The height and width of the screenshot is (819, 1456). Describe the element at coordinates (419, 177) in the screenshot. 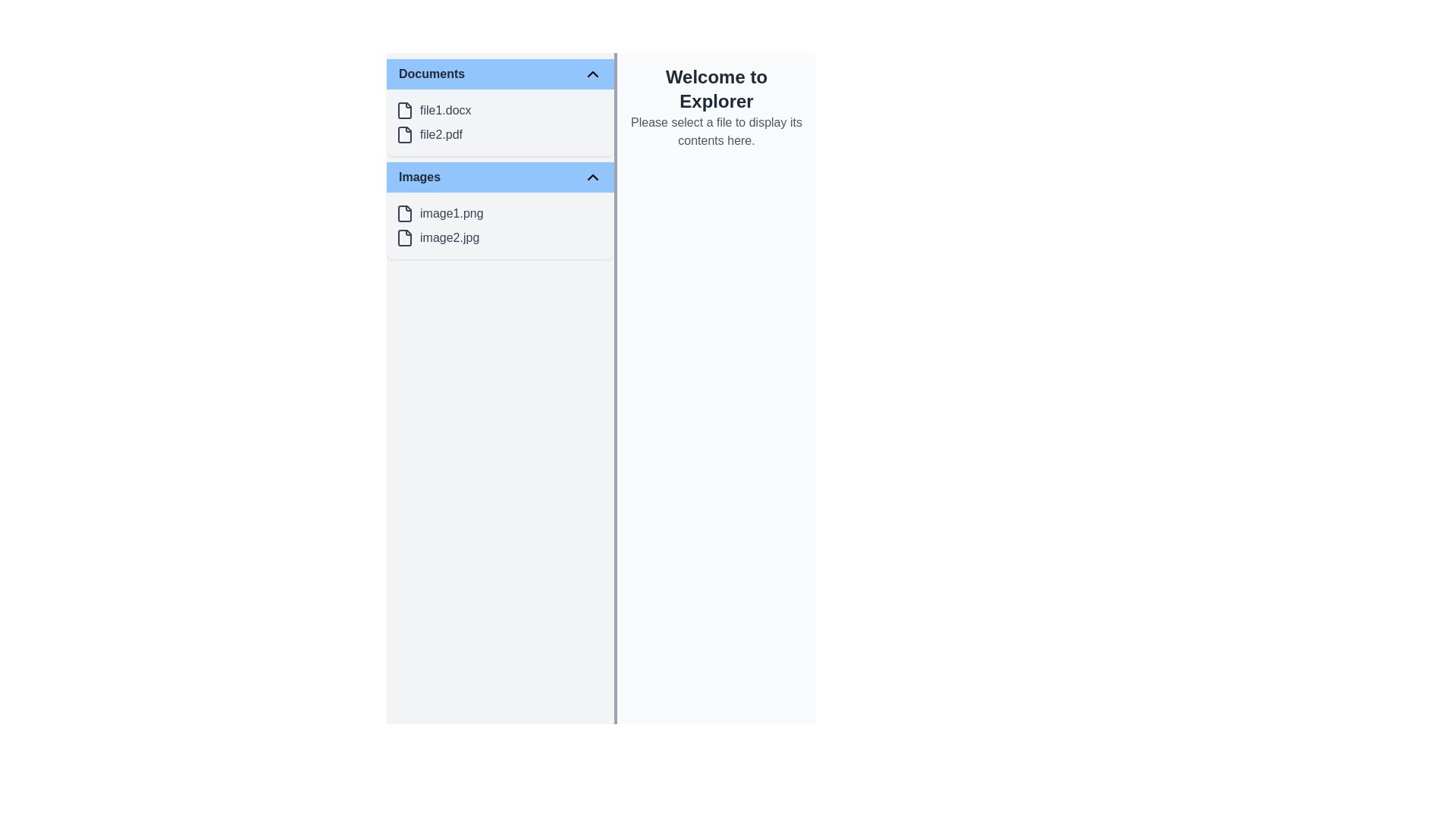

I see `to select the 'Images' folder located in the first row of the second section under the 'Documents' header in the file navigation panel` at that location.